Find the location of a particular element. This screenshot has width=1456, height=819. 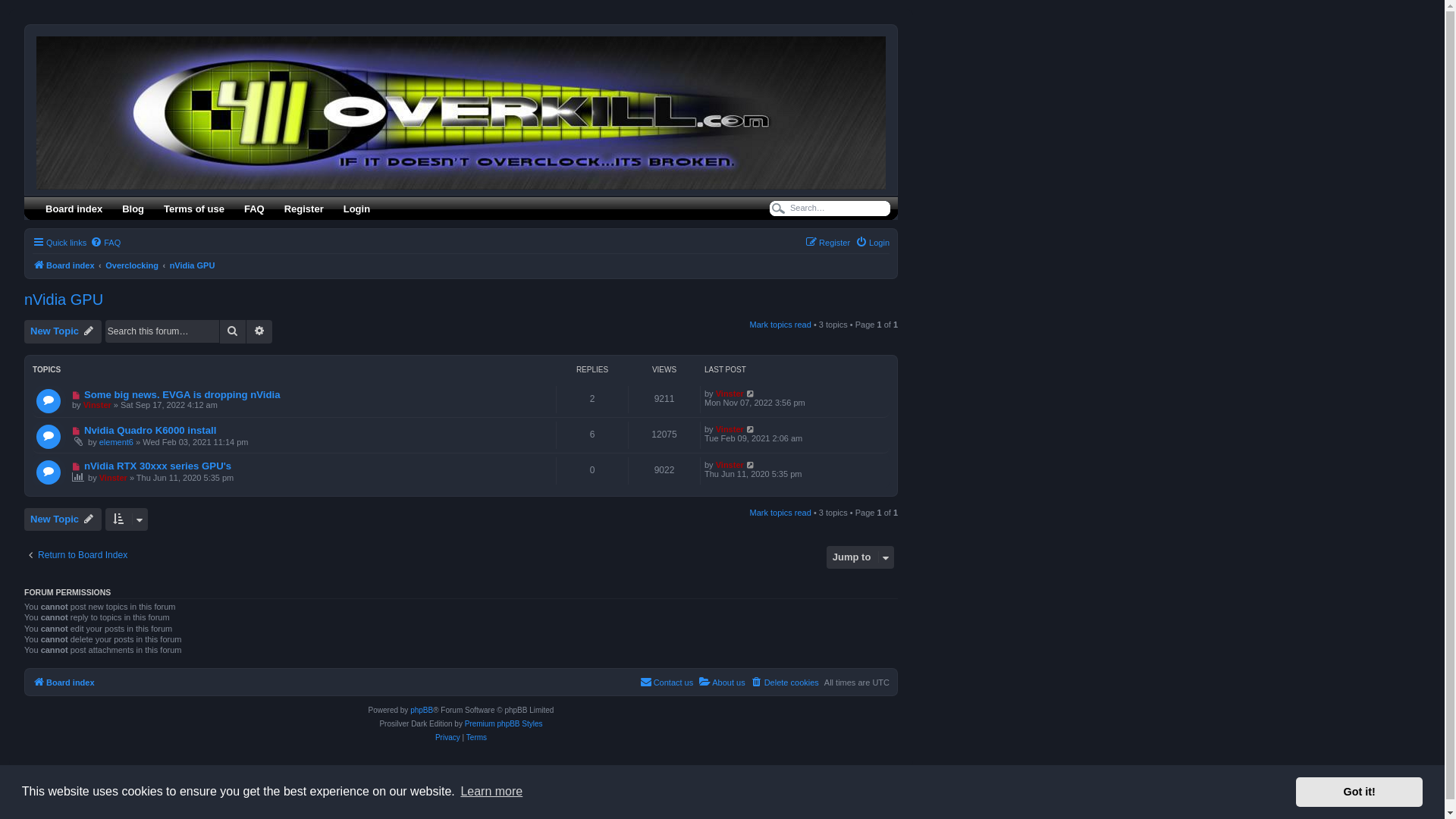

'Some big news. EVGA is dropping nVidia' is located at coordinates (182, 394).